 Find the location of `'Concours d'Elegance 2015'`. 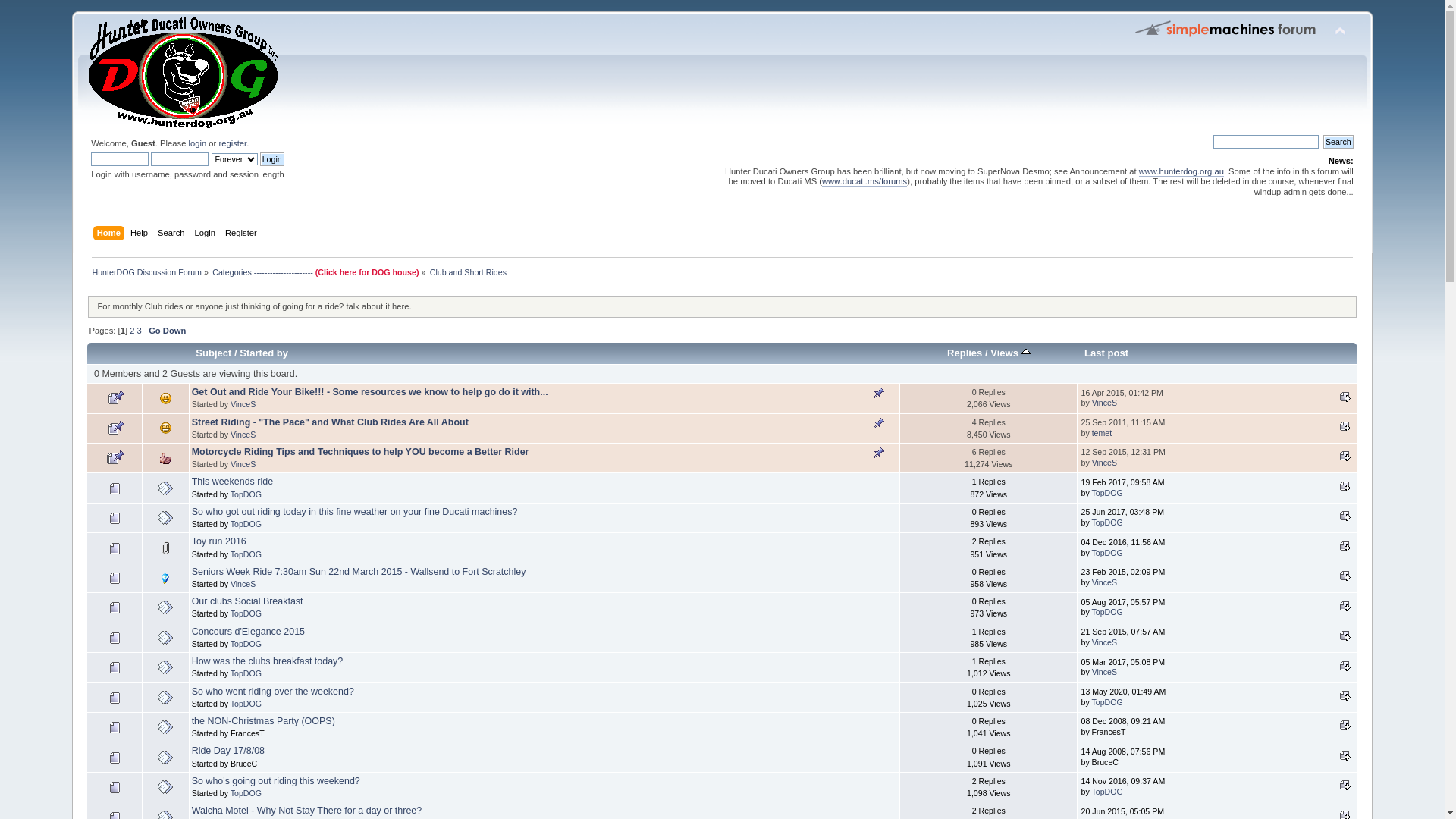

'Concours d'Elegance 2015' is located at coordinates (248, 632).